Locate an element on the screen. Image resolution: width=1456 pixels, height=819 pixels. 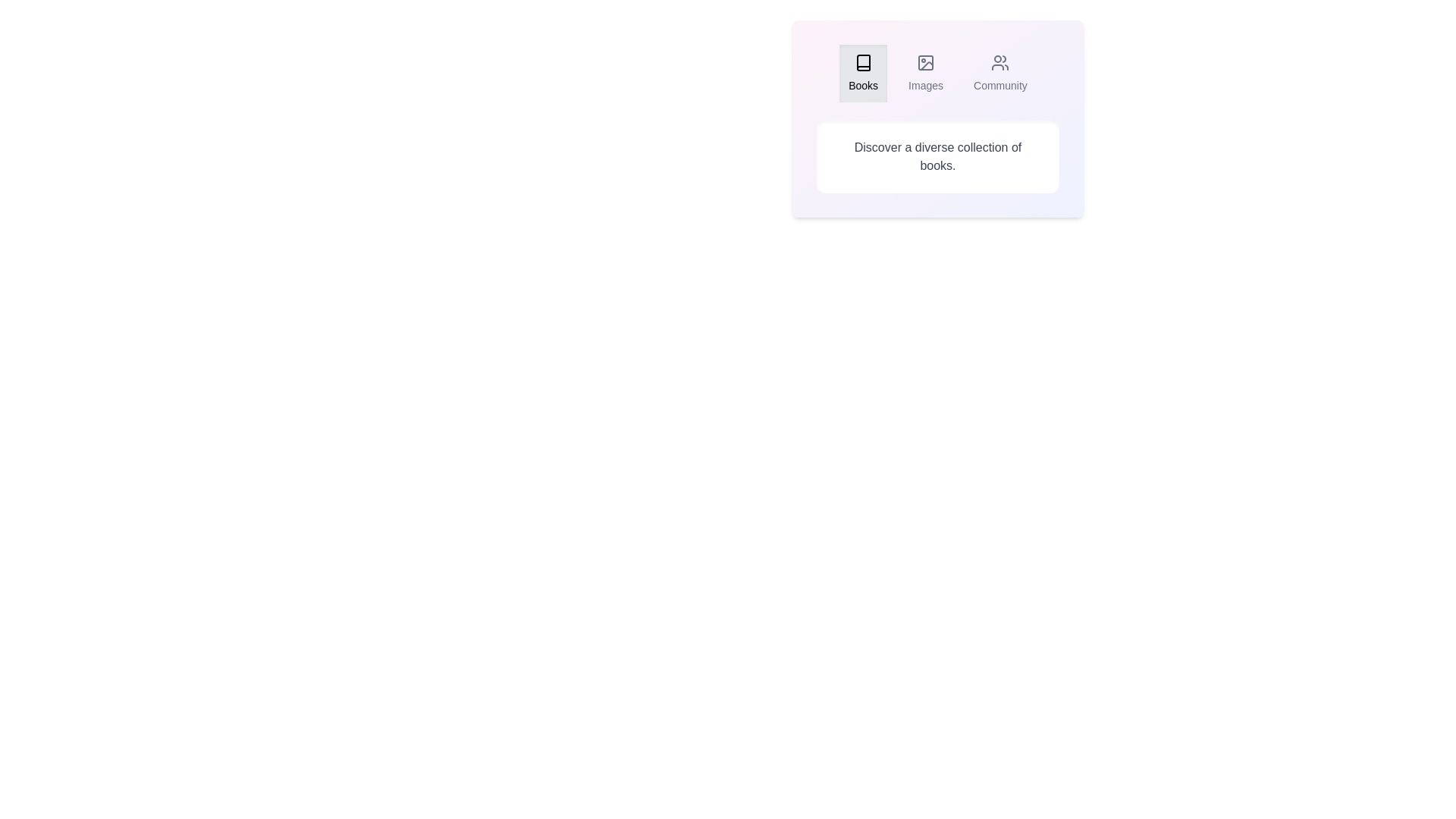
the Community tab by clicking on its button is located at coordinates (1000, 73).